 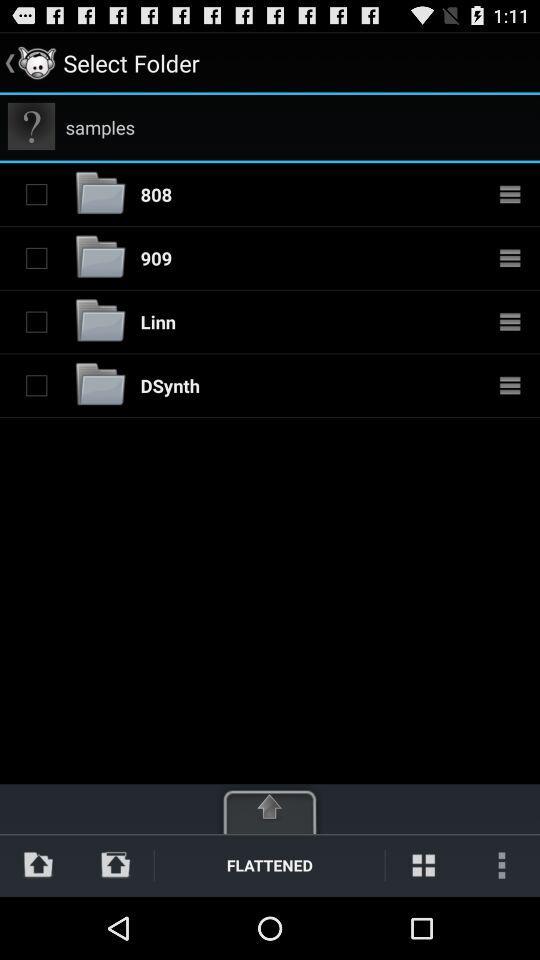 I want to click on the item to the left of the samples app, so click(x=30, y=125).